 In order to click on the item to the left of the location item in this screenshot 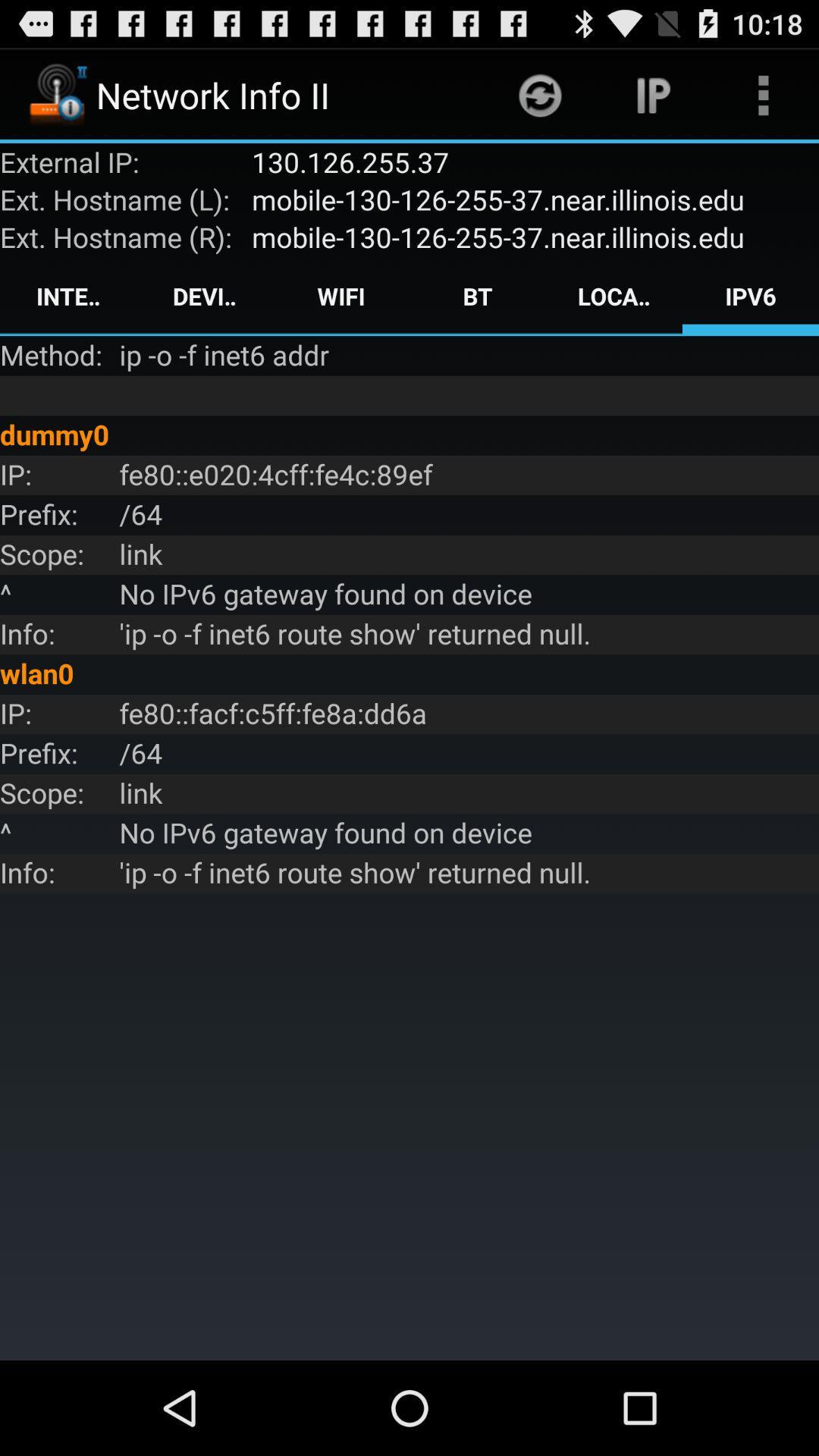, I will do `click(476, 296)`.